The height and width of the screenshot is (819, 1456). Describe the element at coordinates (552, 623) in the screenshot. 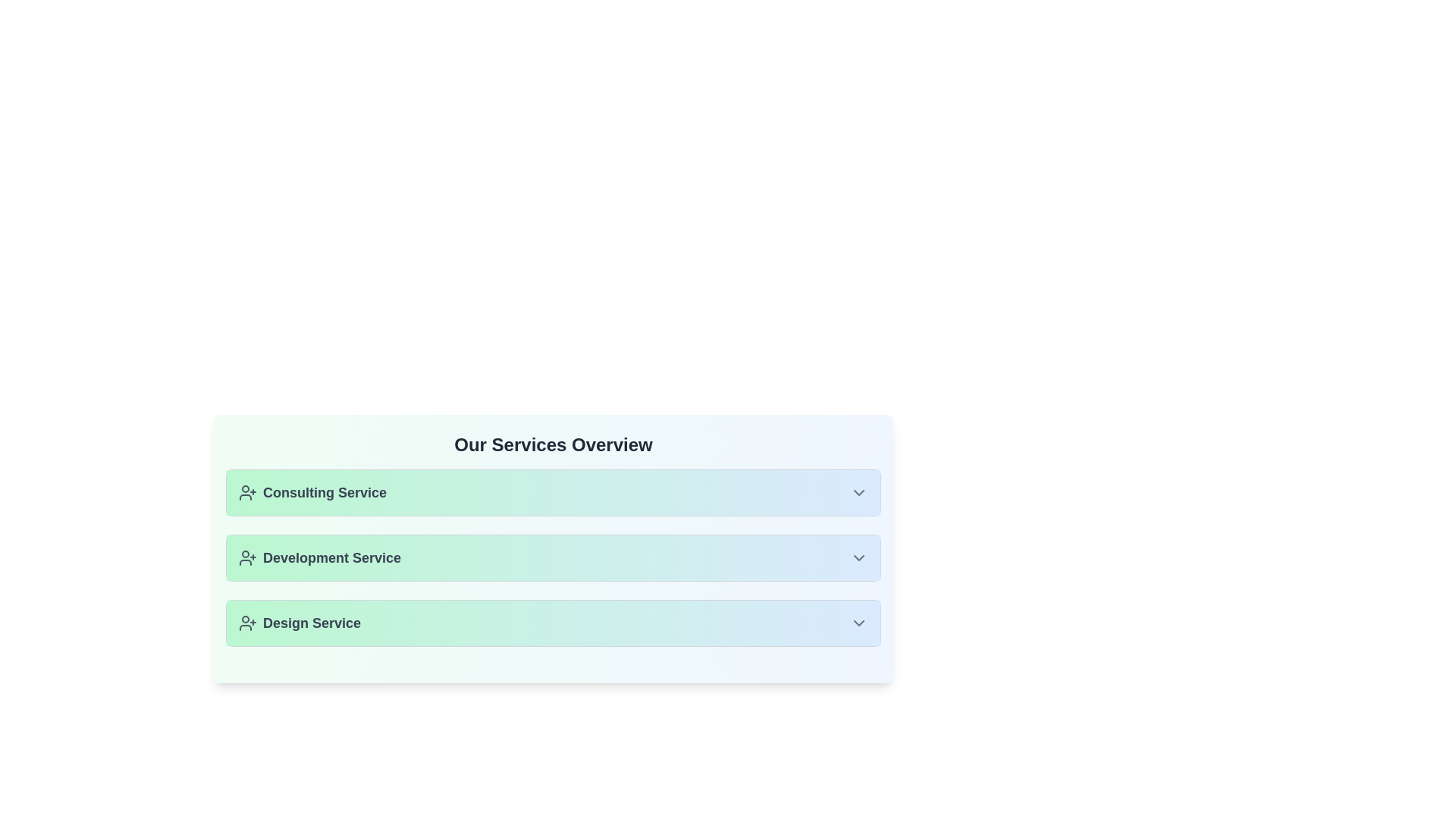

I see `the 'Design Service' expandable menu item` at that location.